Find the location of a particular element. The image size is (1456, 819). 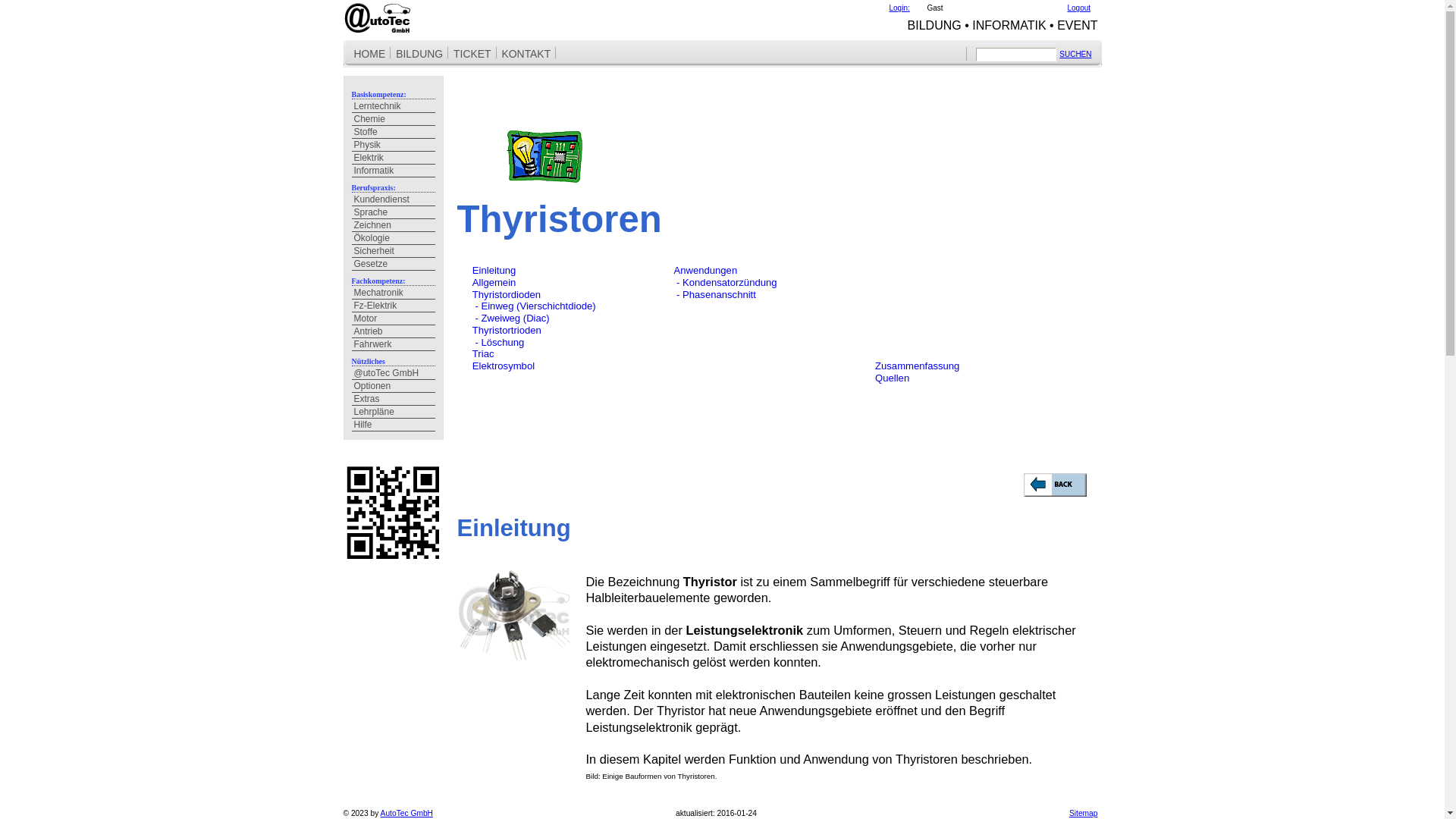

' - Einweg (Vierschichtdiode)' is located at coordinates (534, 306).